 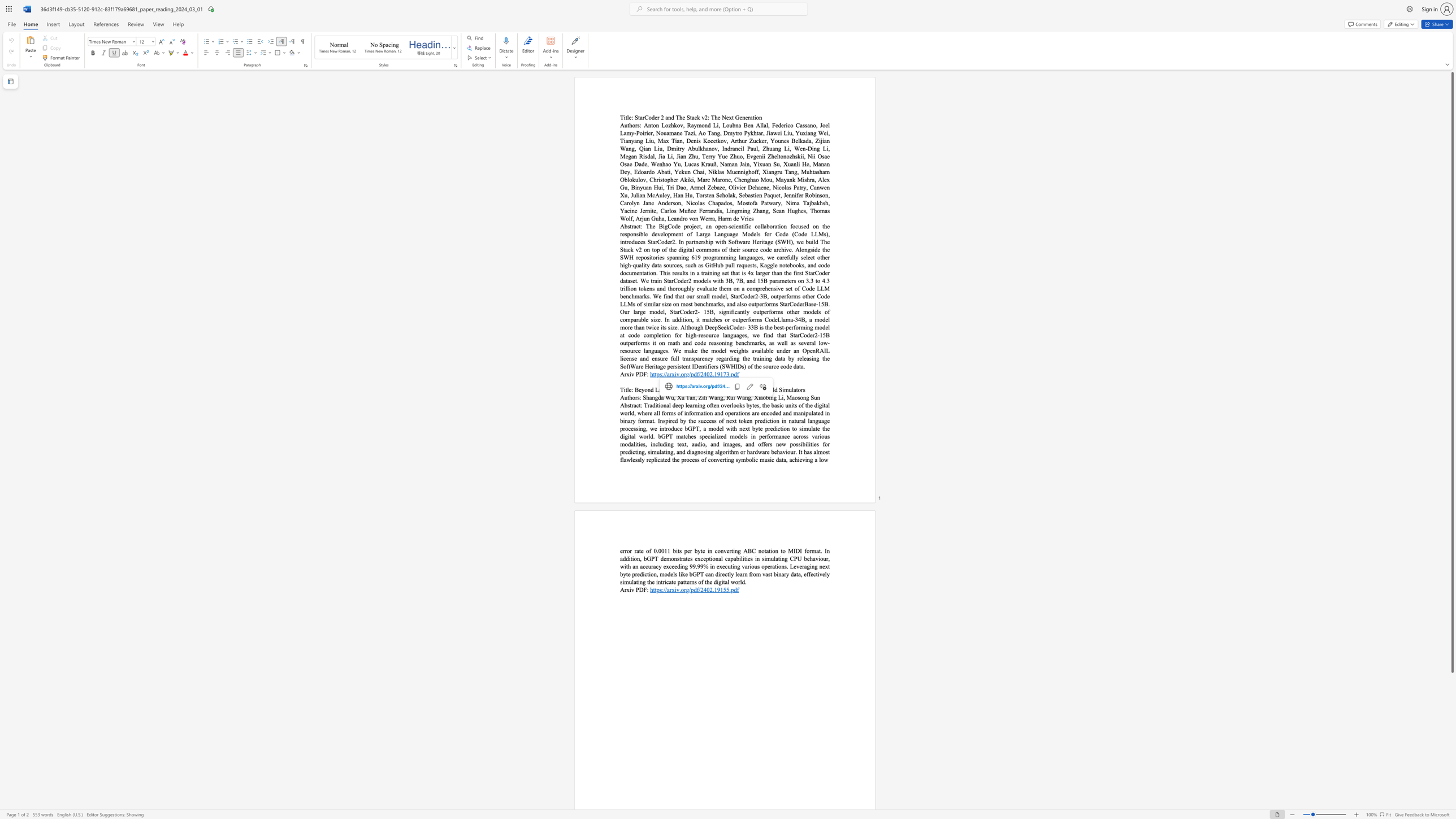 What do you see at coordinates (700, 397) in the screenshot?
I see `the 1th character "Z" in the text` at bounding box center [700, 397].